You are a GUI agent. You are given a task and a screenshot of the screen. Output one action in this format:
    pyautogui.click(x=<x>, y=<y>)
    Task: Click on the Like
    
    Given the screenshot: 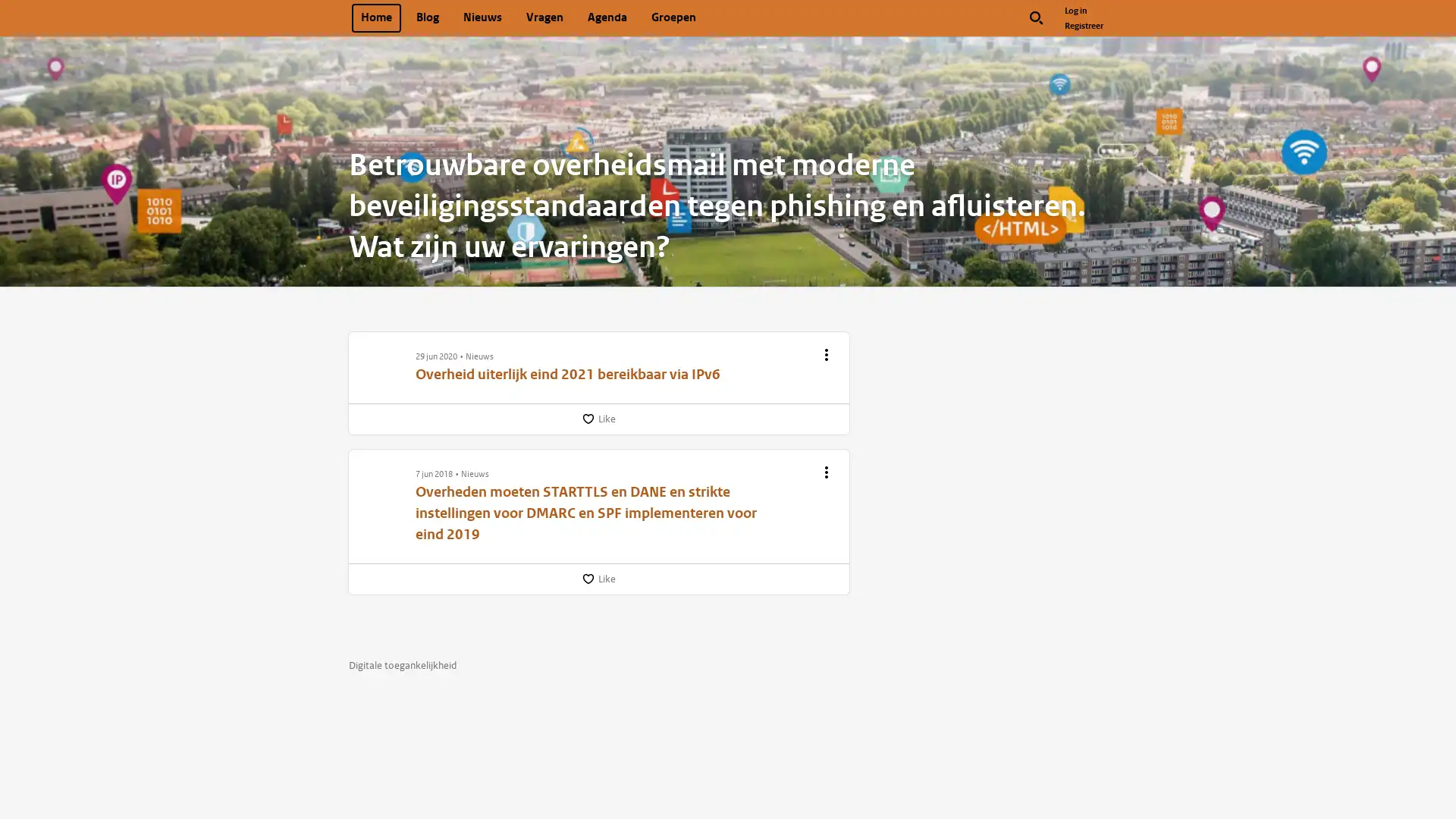 What is the action you would take?
    pyautogui.click(x=598, y=419)
    